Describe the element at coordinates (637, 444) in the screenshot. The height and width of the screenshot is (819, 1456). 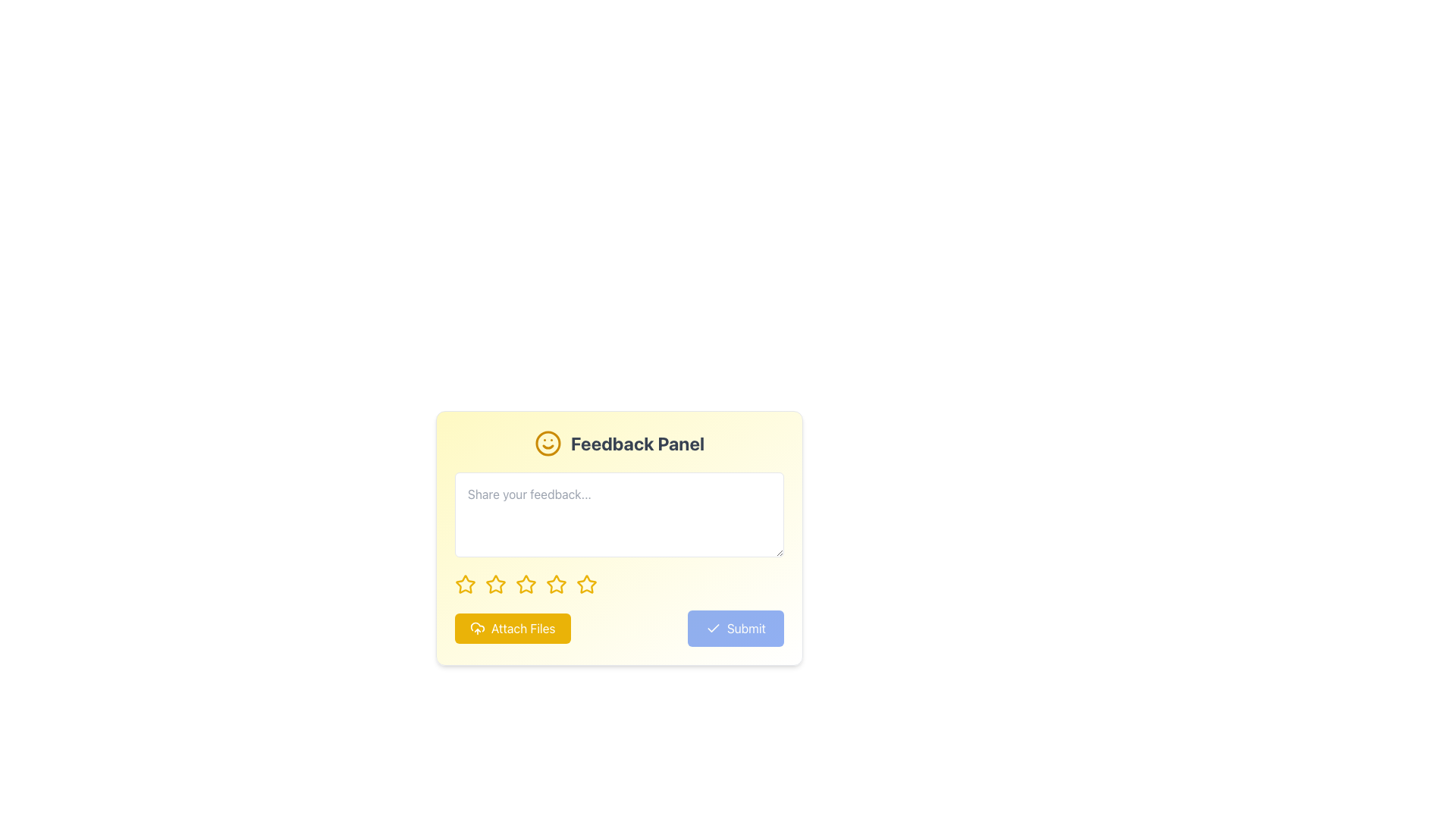
I see `the text label that serves as the title for the feedback panel, located in the upper-central area of the feedback form, to the right of the smiley icon` at that location.